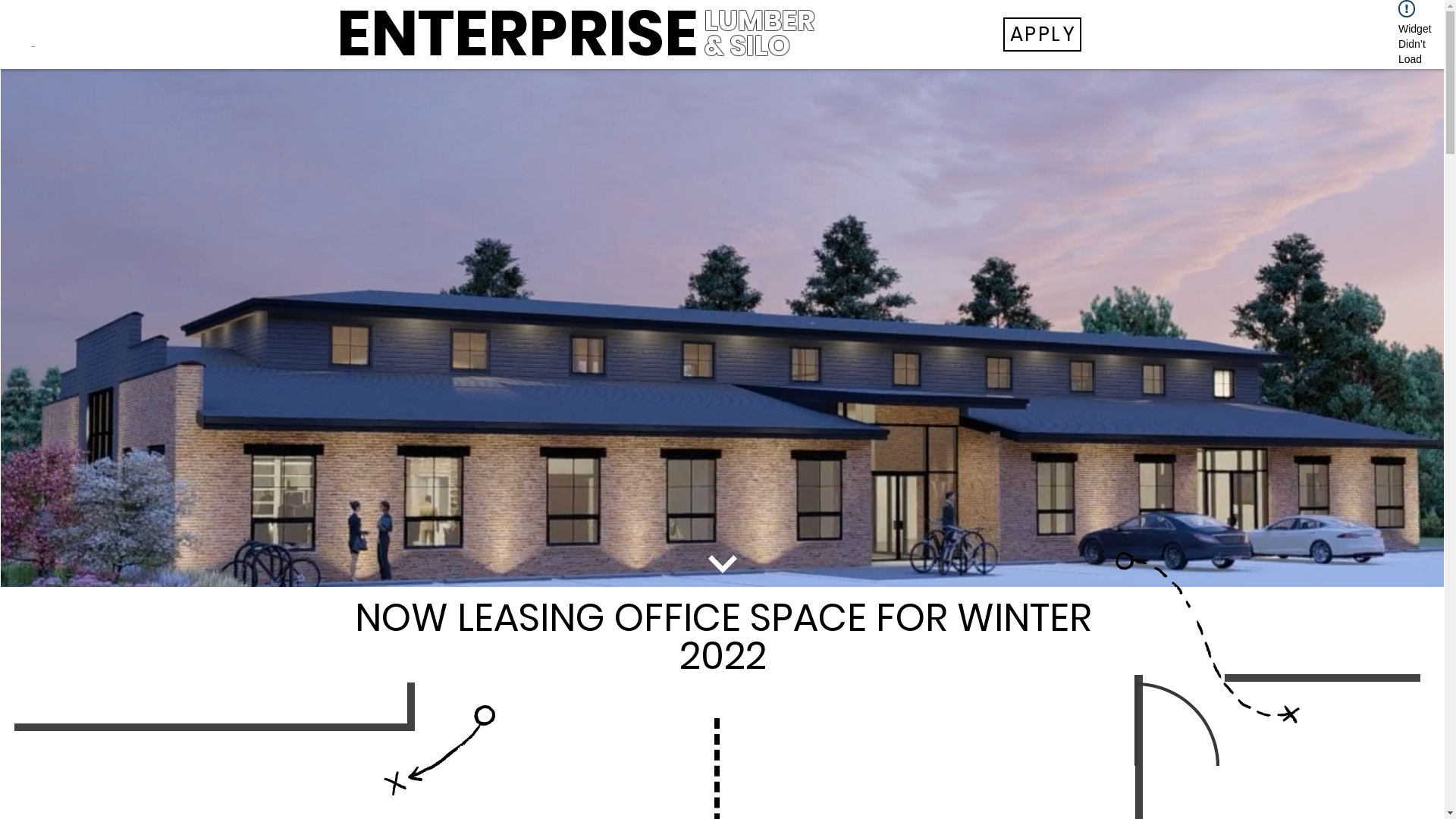 The image size is (1456, 819). I want to click on 'APPLY', so click(1040, 34).